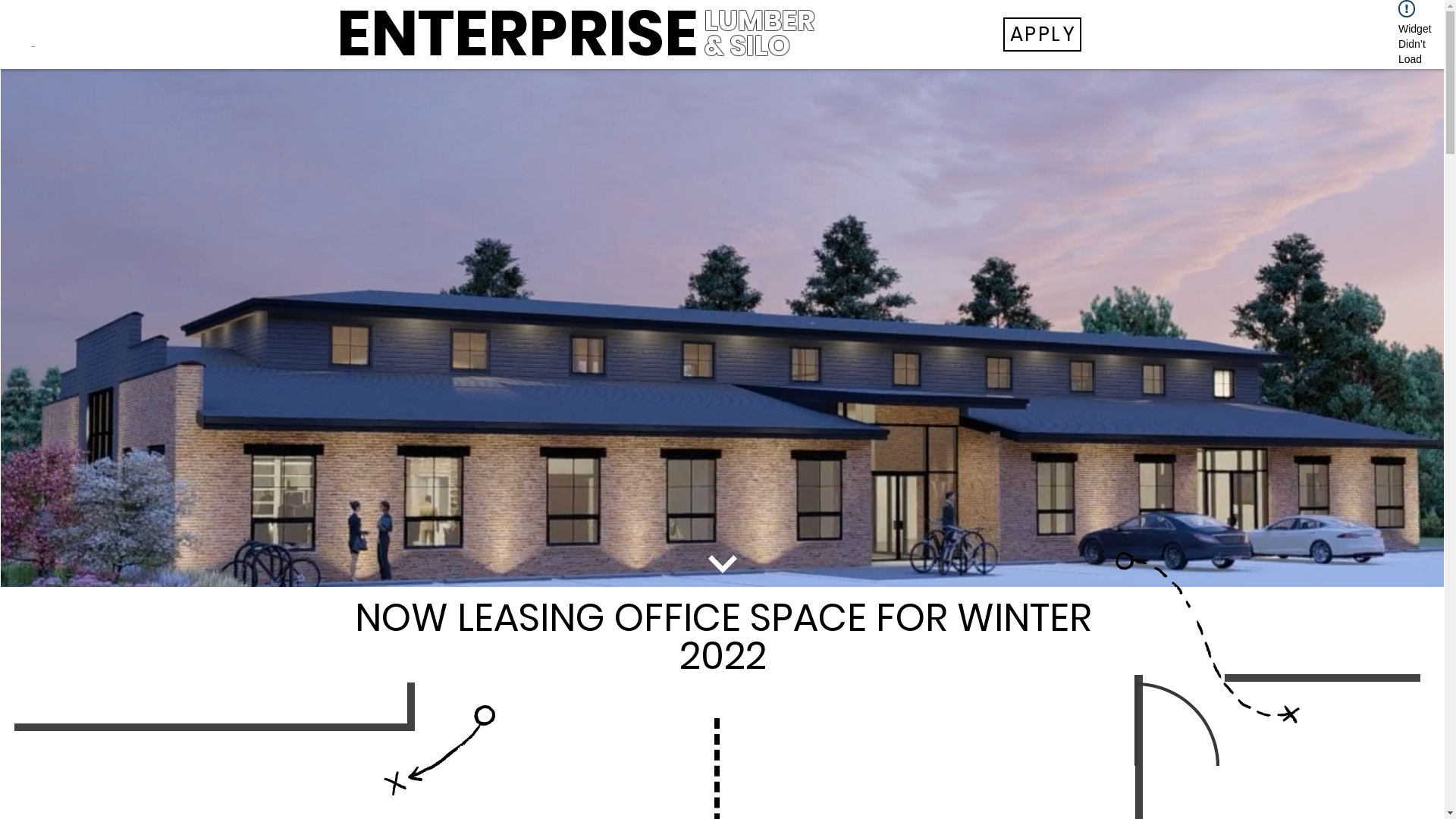 The image size is (1456, 819). I want to click on 'APPLY', so click(1040, 34).